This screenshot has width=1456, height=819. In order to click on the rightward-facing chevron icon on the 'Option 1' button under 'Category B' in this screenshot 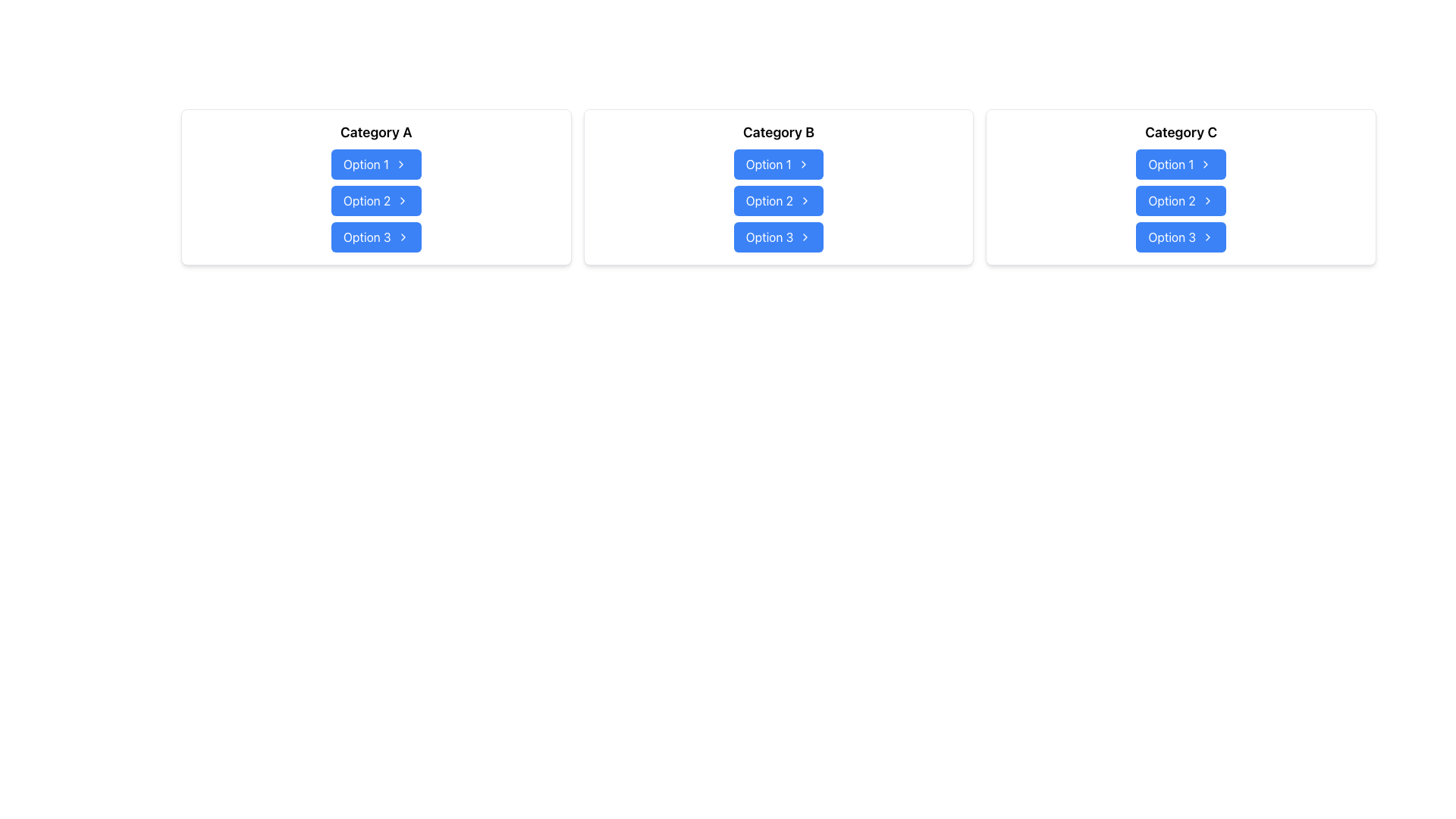, I will do `click(802, 164)`.